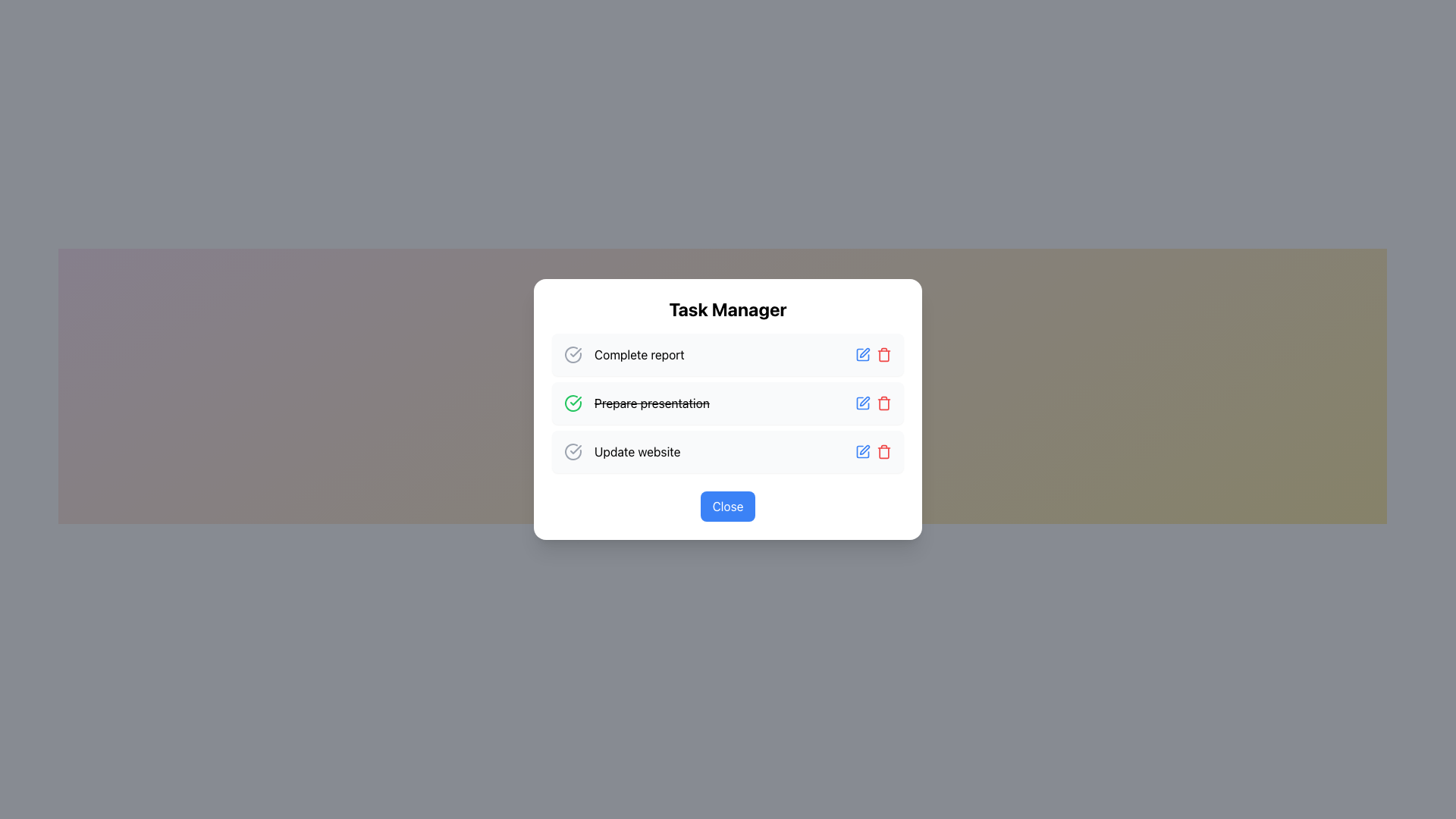  I want to click on the red trash bin icon button located in the task list interface for the task 'Prepare presentation', so click(884, 403).